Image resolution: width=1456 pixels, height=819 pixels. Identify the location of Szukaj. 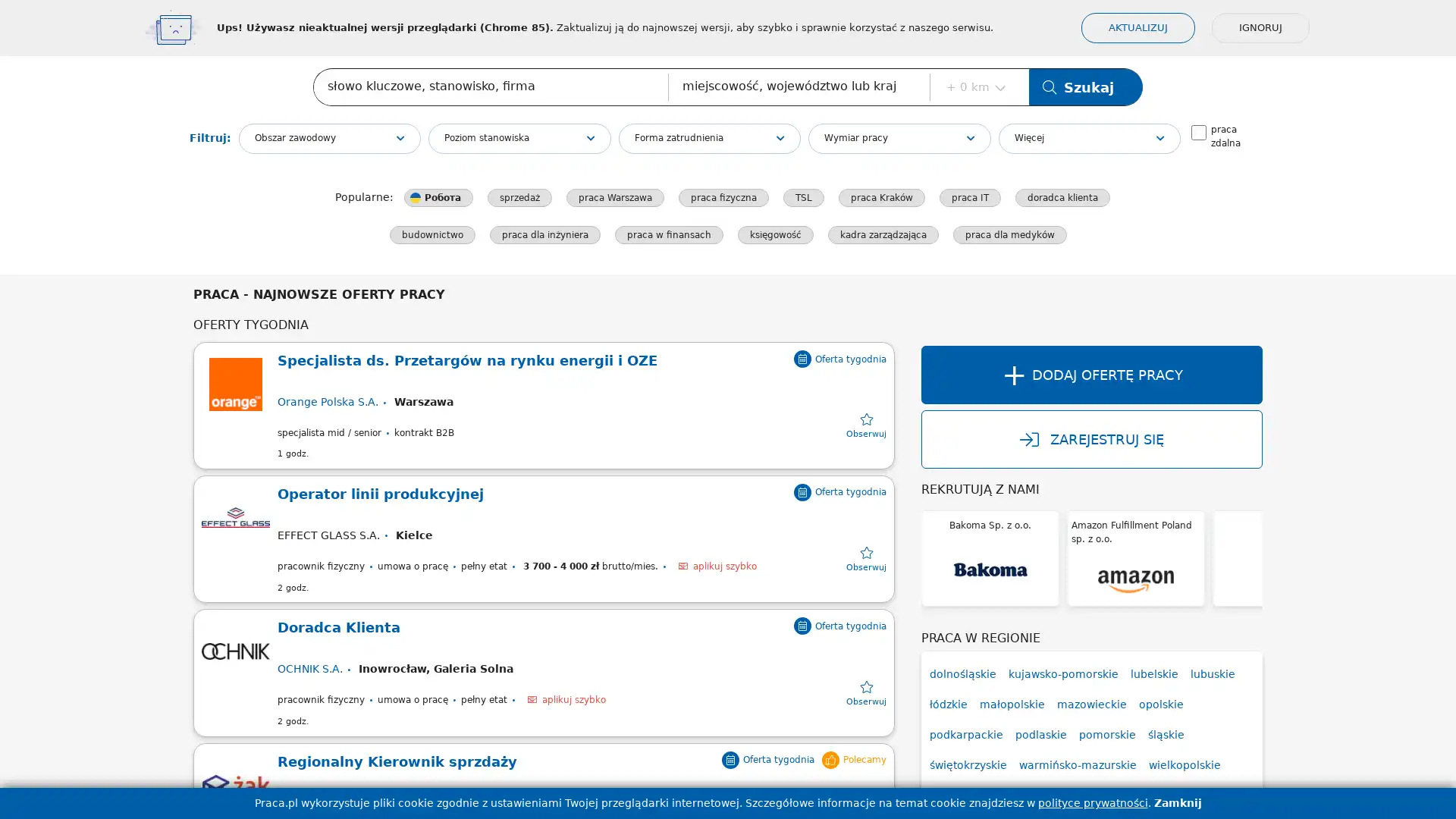
(1084, 87).